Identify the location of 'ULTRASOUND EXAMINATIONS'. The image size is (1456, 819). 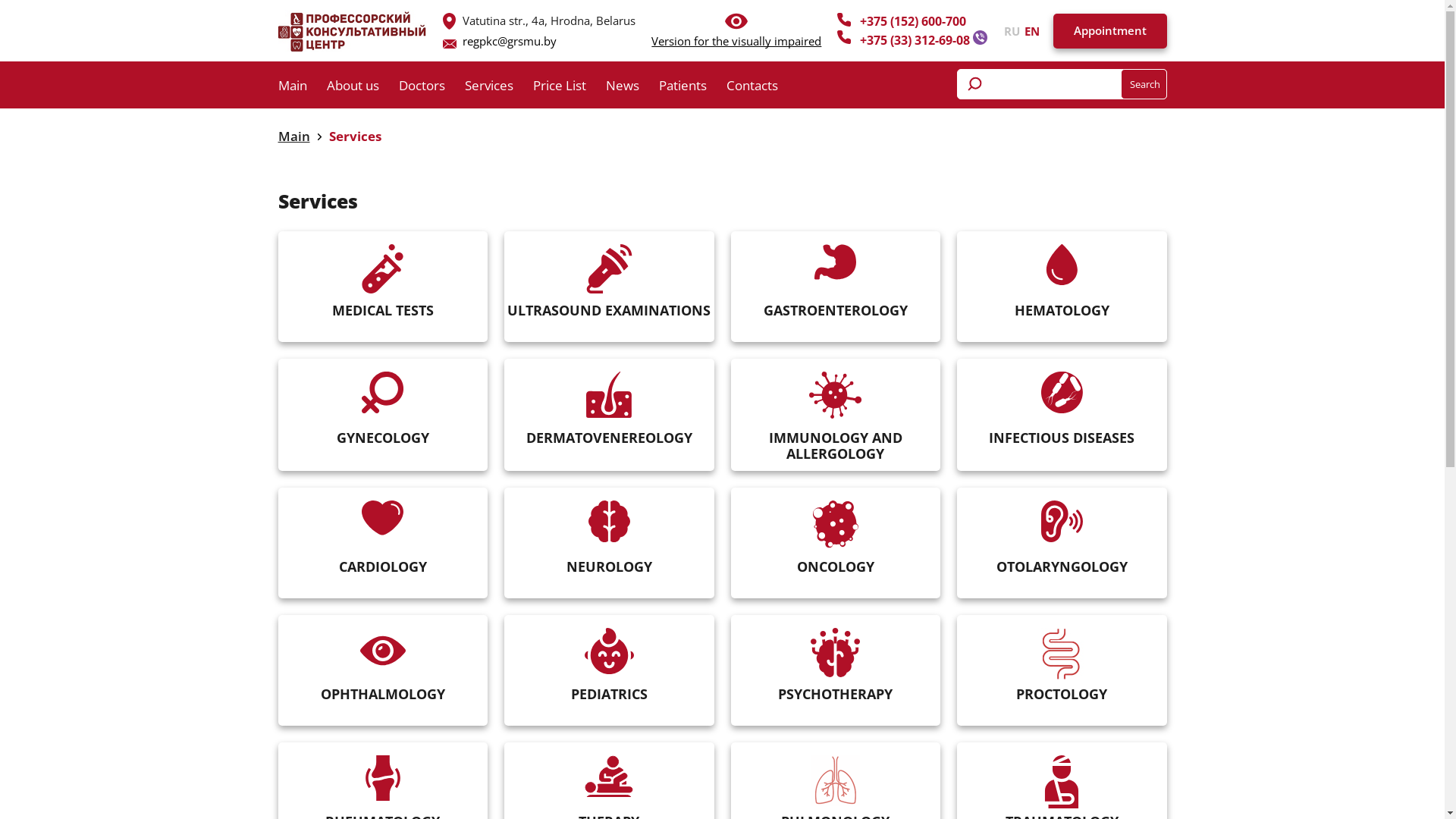
(505, 287).